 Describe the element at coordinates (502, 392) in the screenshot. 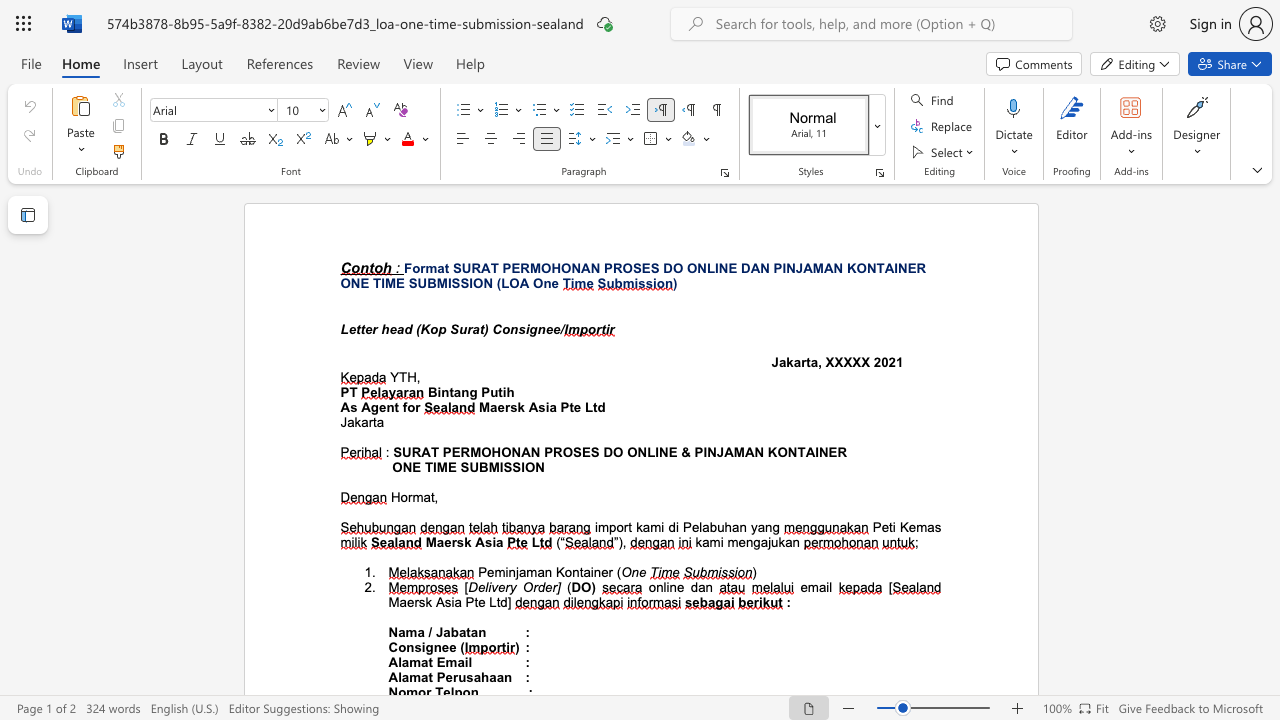

I see `the space between the continuous character "t" and "i" in the text` at that location.